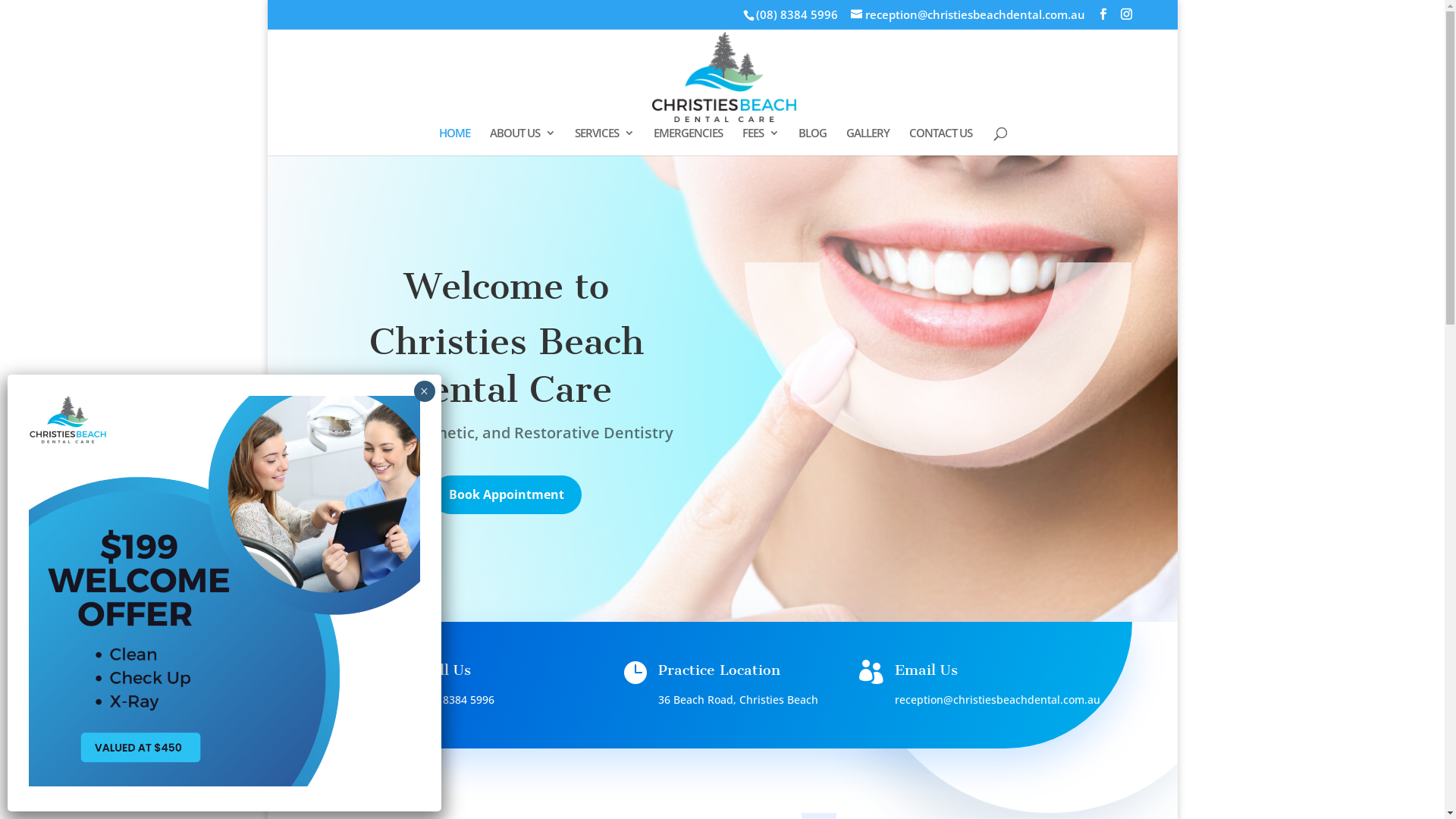 The width and height of the screenshot is (1456, 819). I want to click on 'Book Appointment', so click(506, 494).